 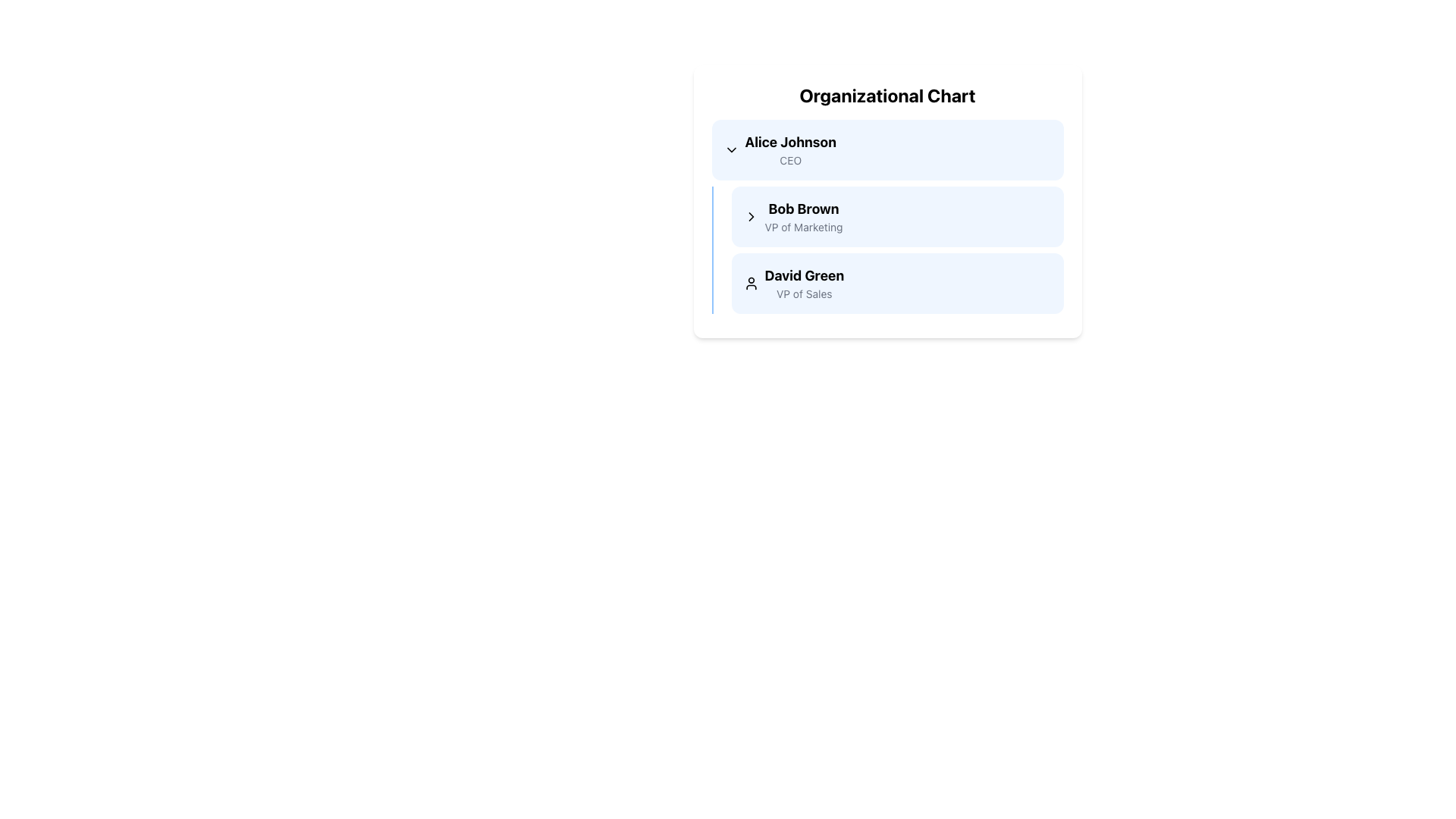 What do you see at coordinates (897, 216) in the screenshot?
I see `the hierarchical node representing the individual in the organizational chart` at bounding box center [897, 216].